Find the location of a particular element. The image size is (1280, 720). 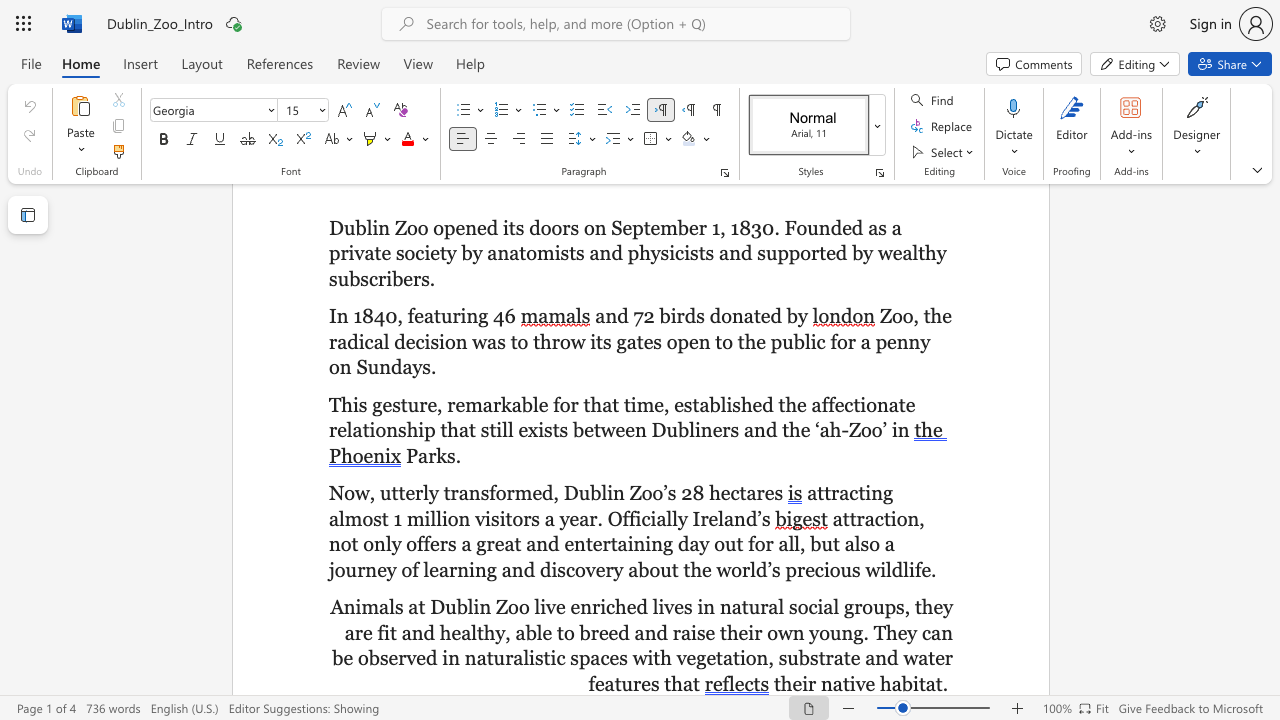

the subset text "their native h" within the text "their native habitat." is located at coordinates (772, 682).